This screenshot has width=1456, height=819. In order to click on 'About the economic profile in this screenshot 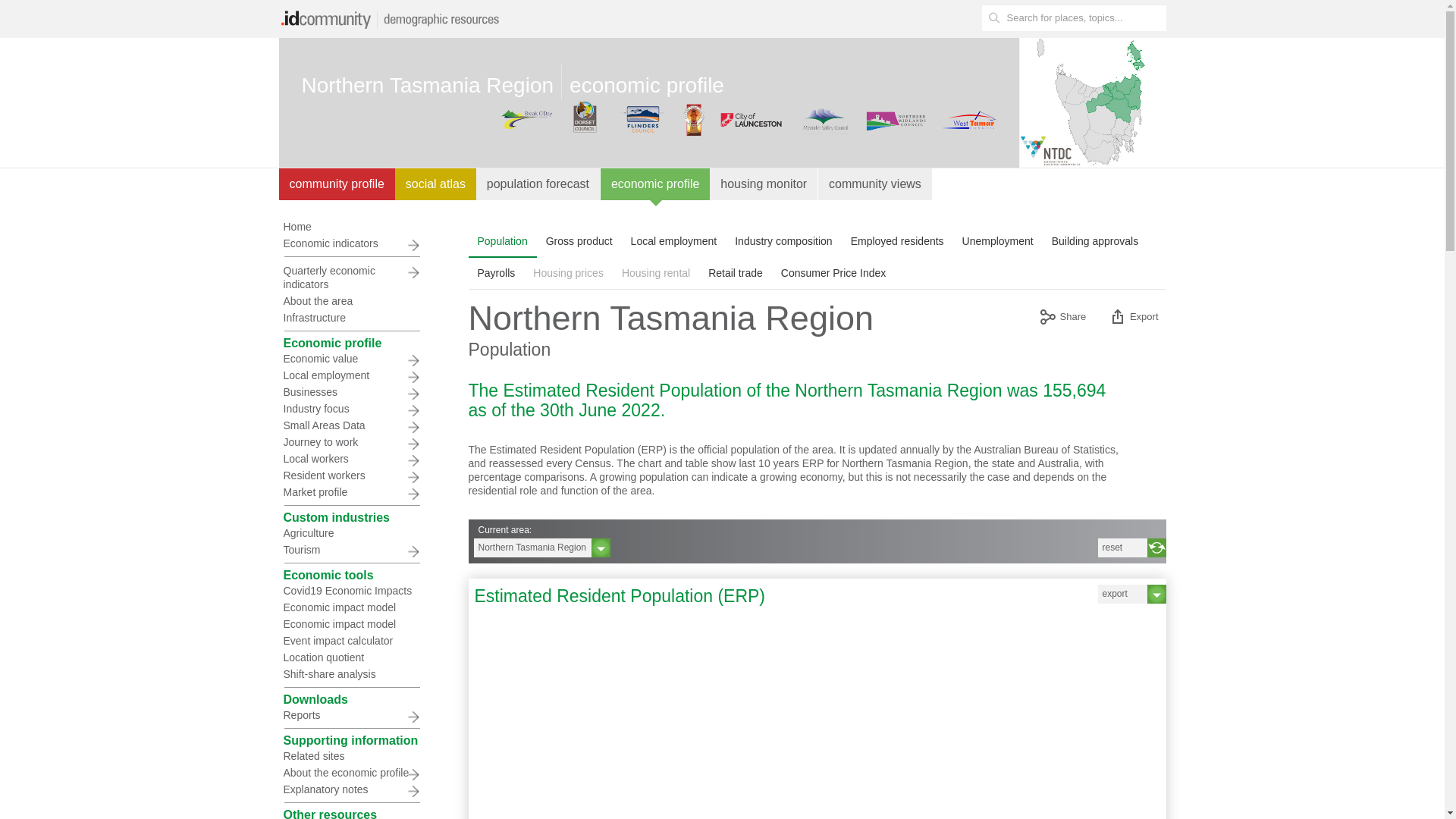, I will do `click(350, 772)`.